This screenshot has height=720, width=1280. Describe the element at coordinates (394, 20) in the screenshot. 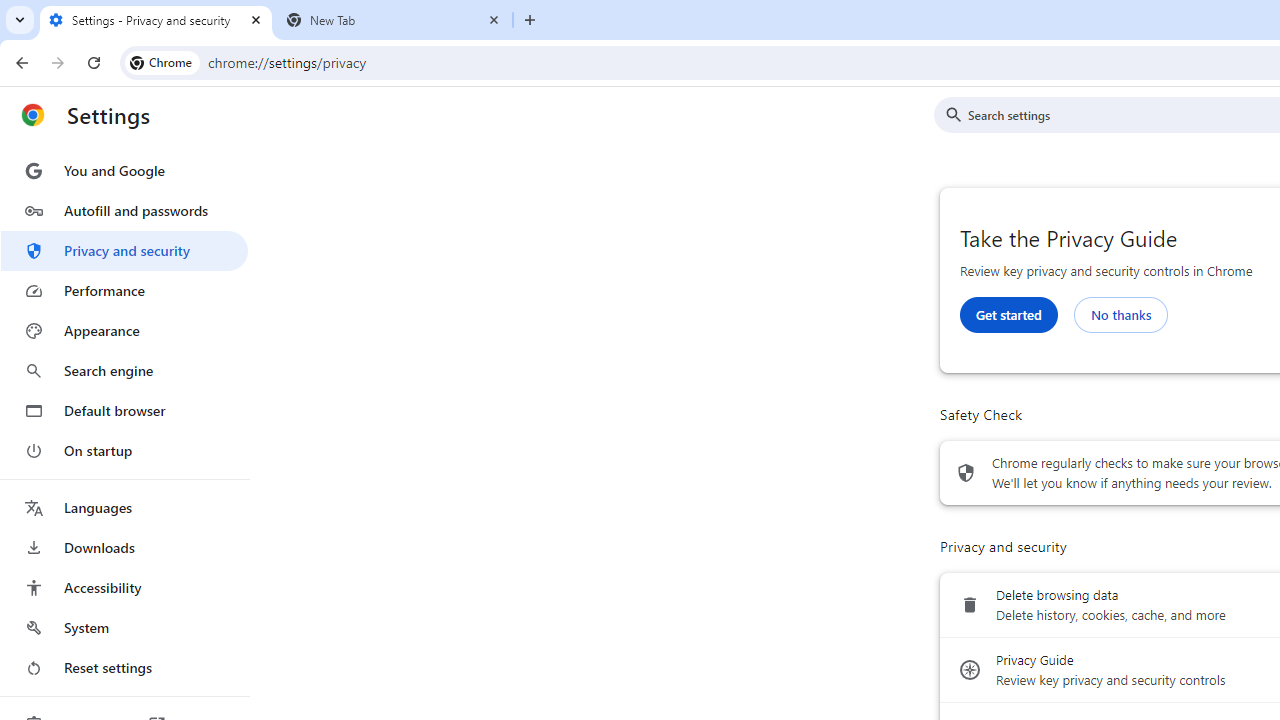

I see `'New Tab'` at that location.